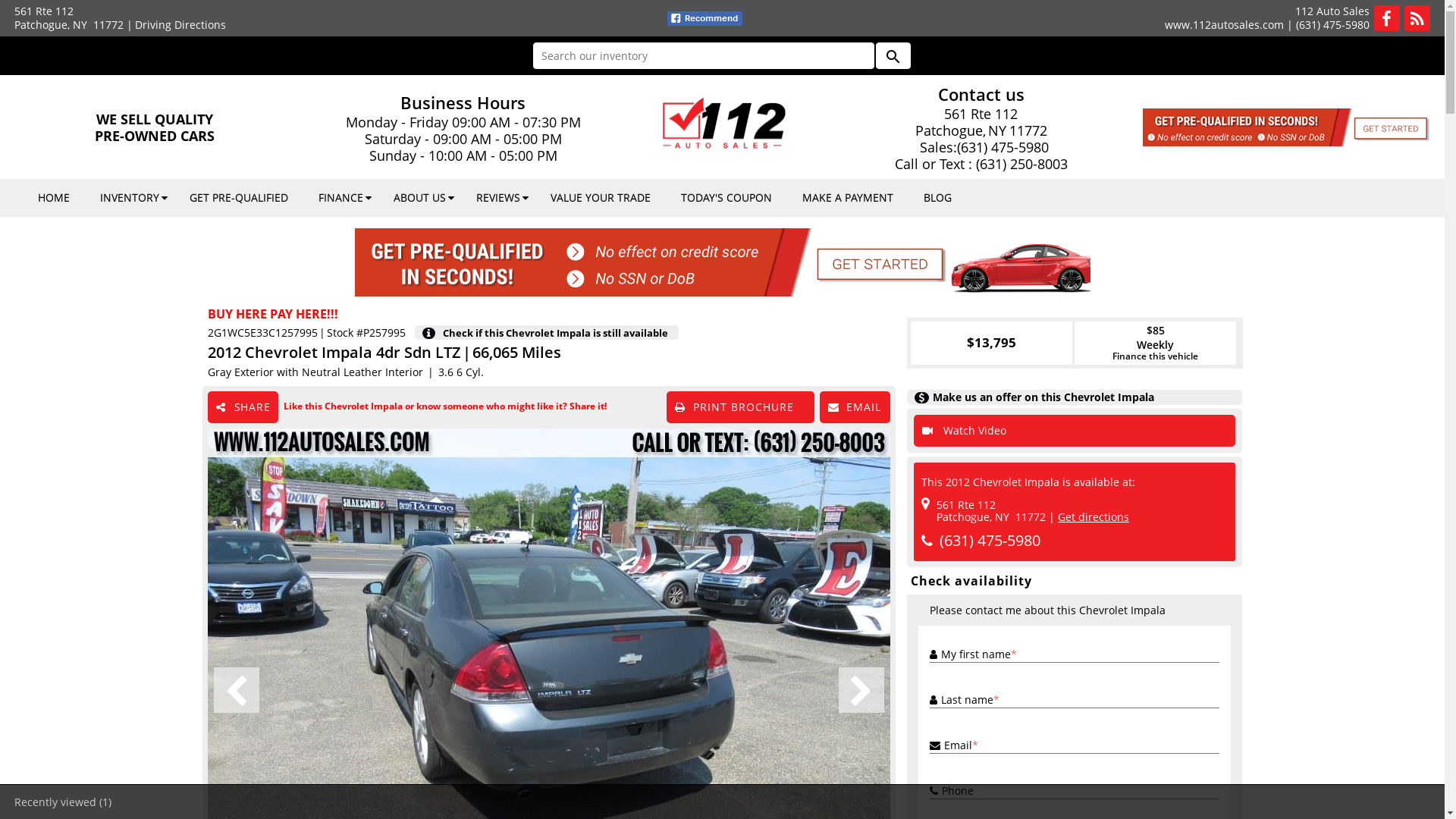 The width and height of the screenshot is (1456, 819). Describe the element at coordinates (874, 55) in the screenshot. I see `'search'` at that location.